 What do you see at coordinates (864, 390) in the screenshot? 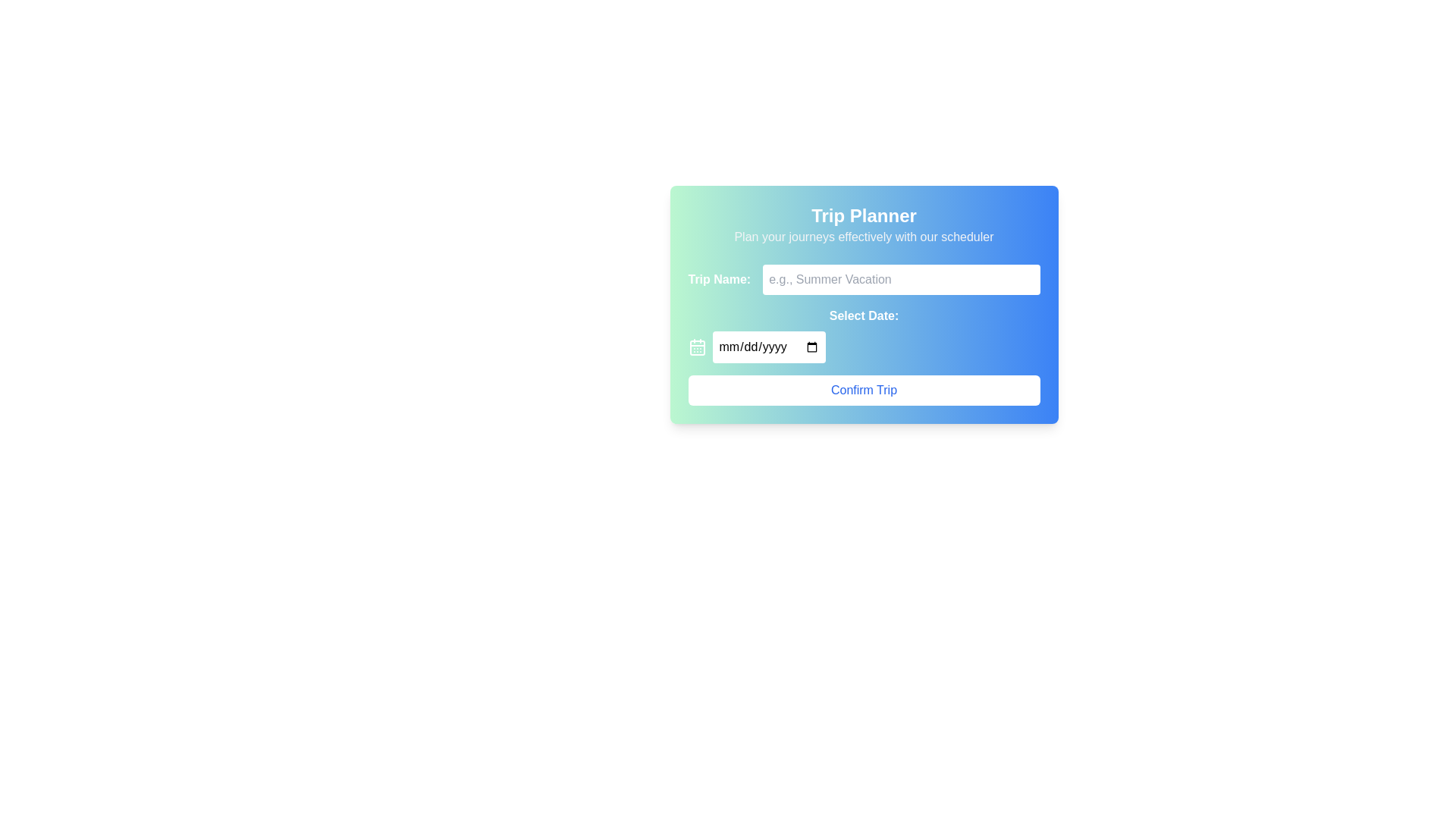
I see `the 'Confirm Trip' button, which is a rectangular button with a white background and medium blue text, located at the bottom of the 'Trip Planner' section` at bounding box center [864, 390].